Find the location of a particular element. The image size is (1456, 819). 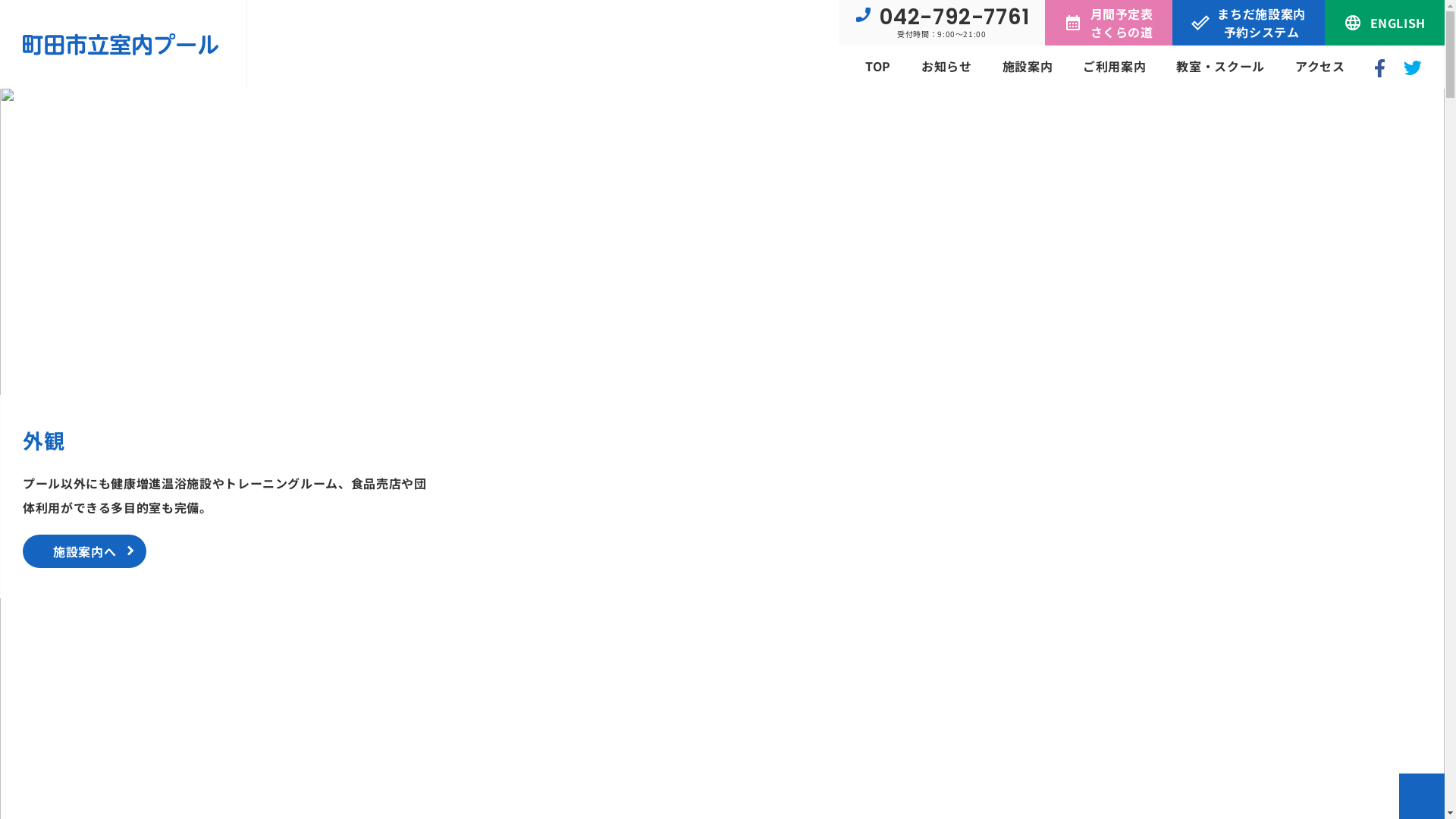

'TOP' is located at coordinates (877, 65).